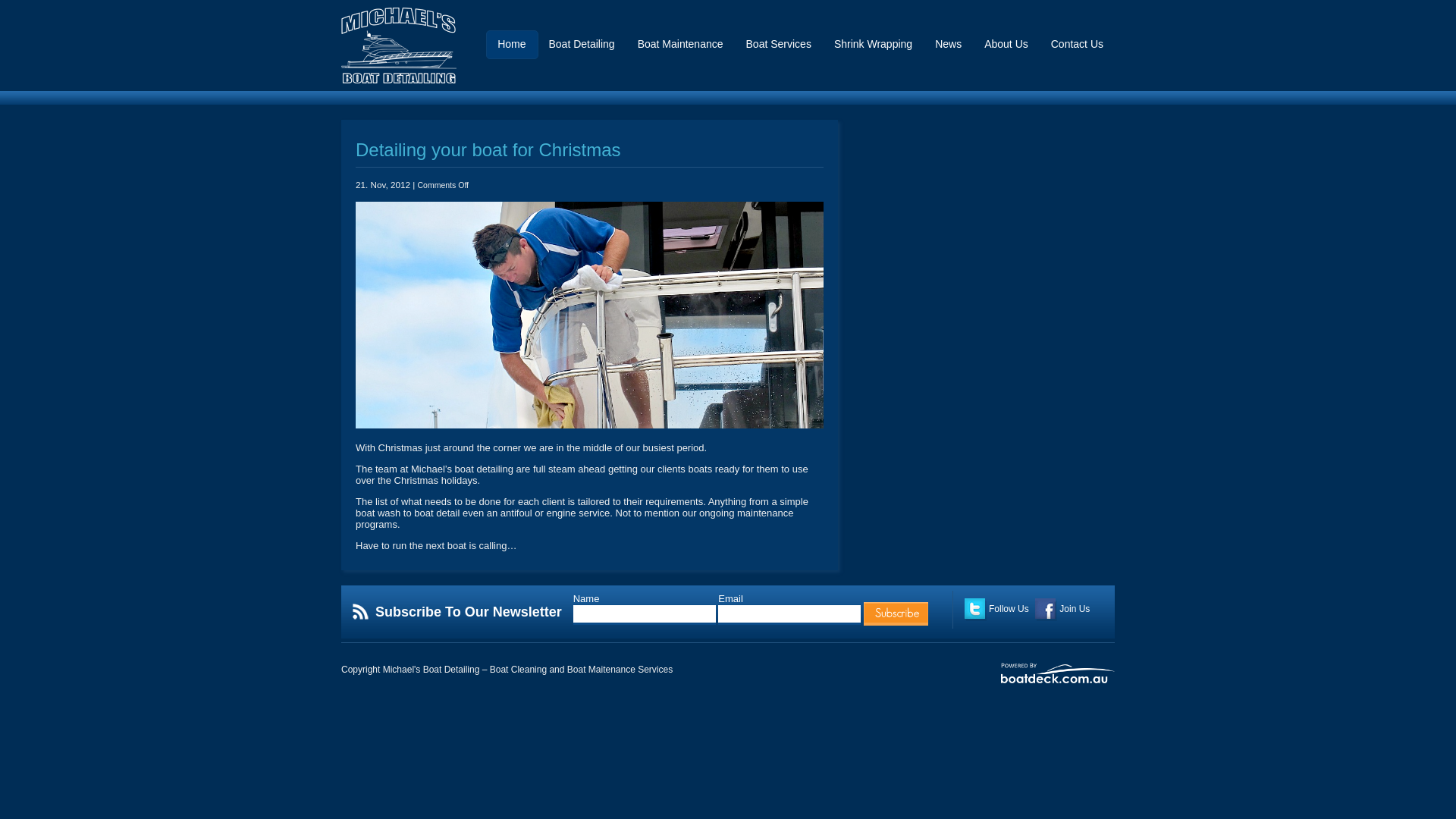 This screenshot has width=1456, height=819. What do you see at coordinates (511, 49) in the screenshot?
I see `'Home'` at bounding box center [511, 49].